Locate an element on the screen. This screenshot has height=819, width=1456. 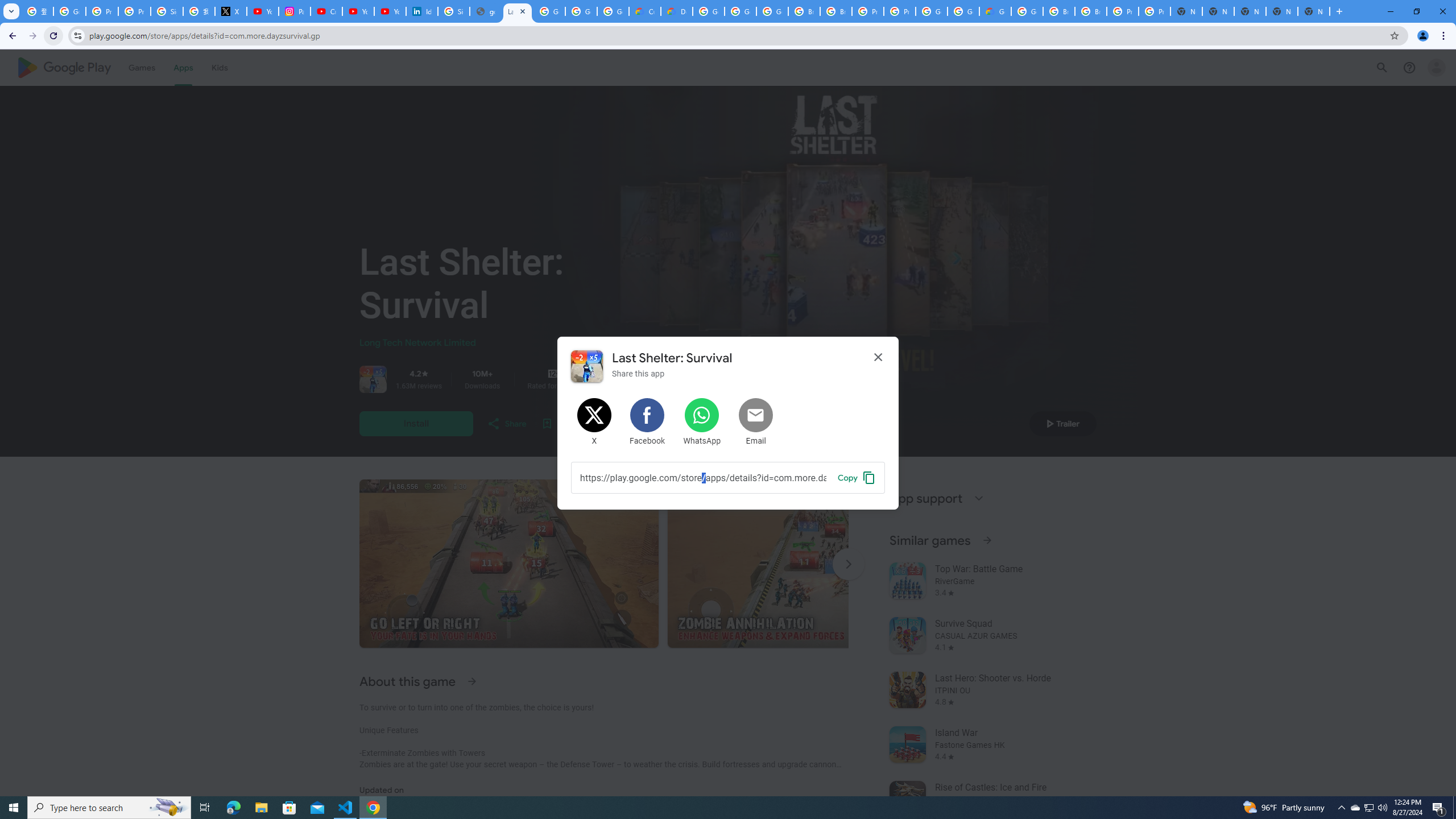
'Browse Chrome as a guest - Computer - Google Chrome Help' is located at coordinates (835, 11).